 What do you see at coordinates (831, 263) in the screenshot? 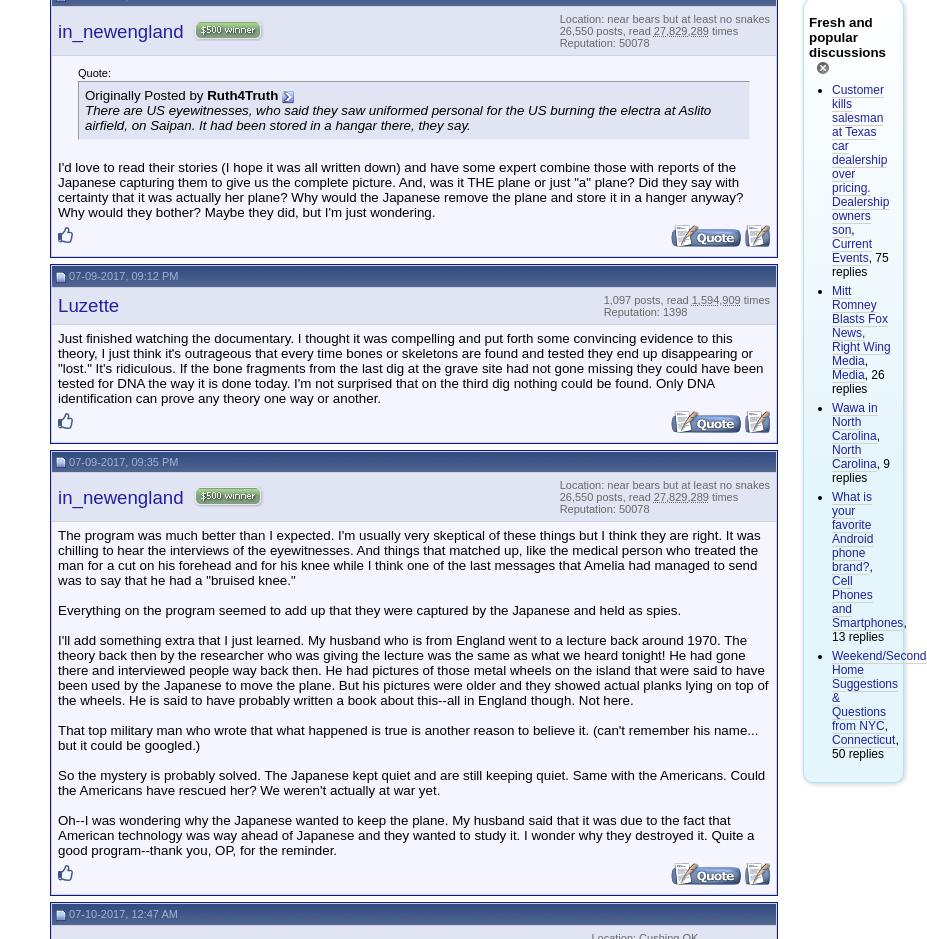
I see `', 75 replies'` at bounding box center [831, 263].